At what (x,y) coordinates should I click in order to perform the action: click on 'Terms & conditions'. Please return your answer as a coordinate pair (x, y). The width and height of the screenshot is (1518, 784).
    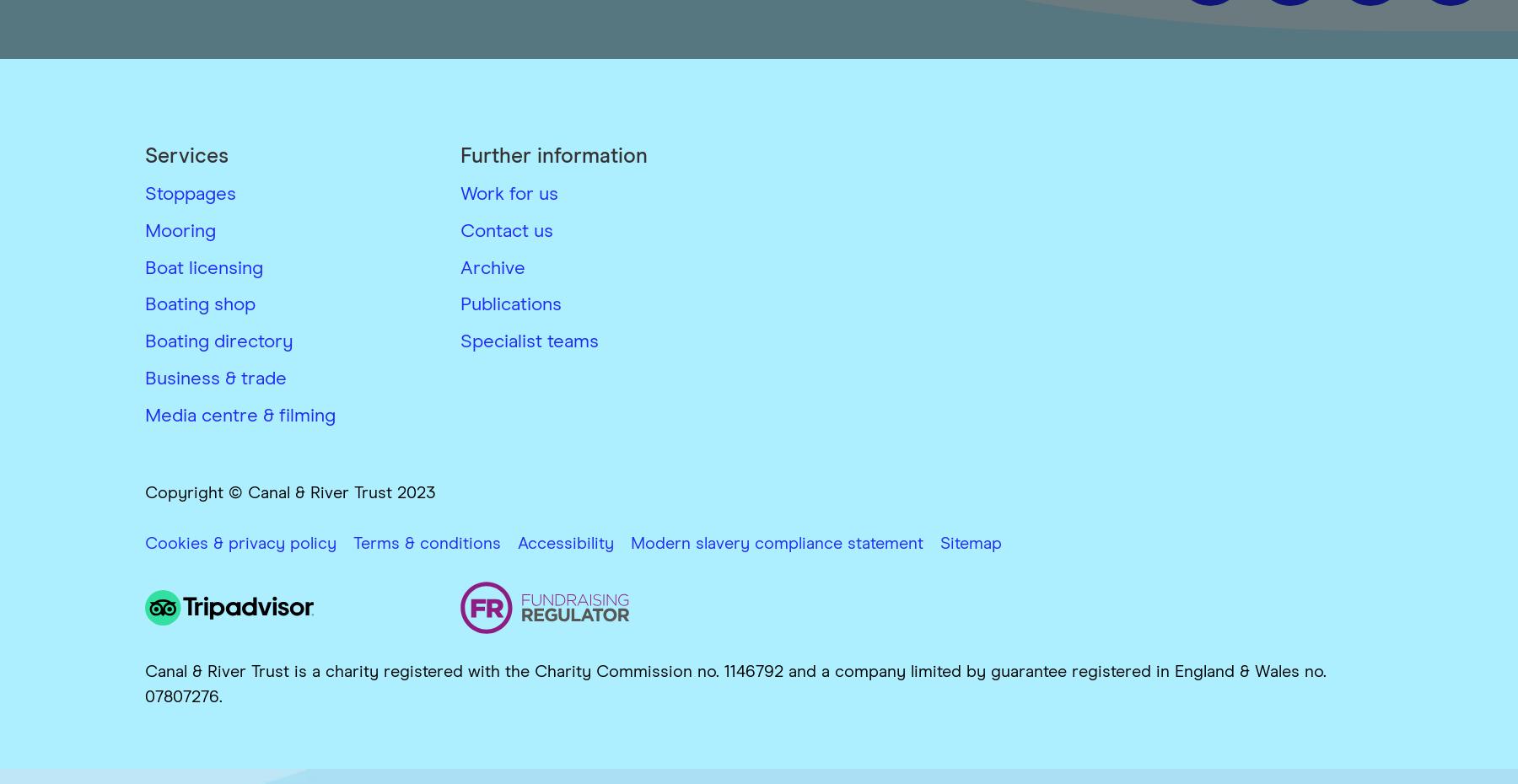
    Looking at the image, I should click on (426, 542).